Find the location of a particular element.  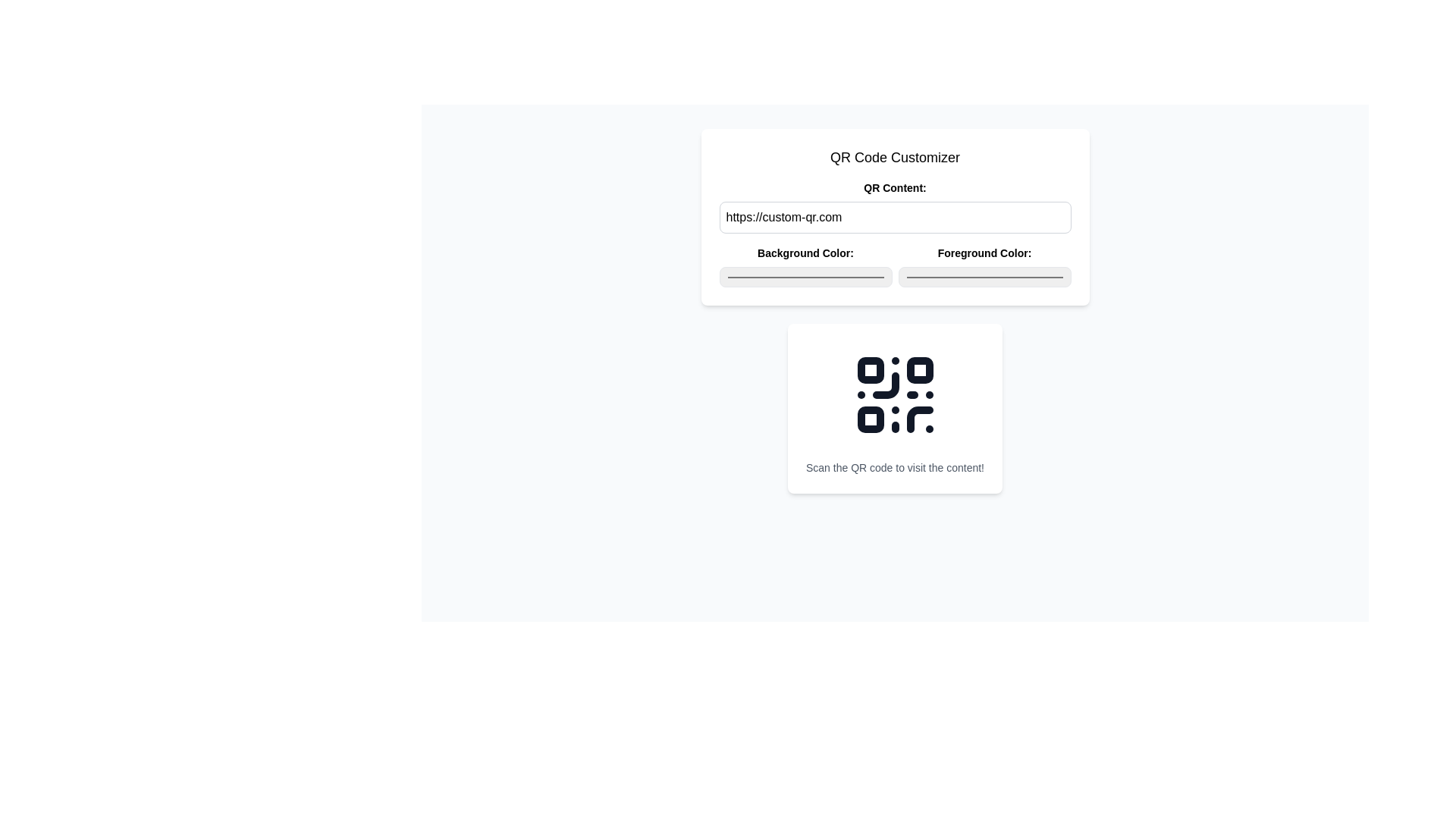

the foreground color value by sliding is located at coordinates (940, 277).